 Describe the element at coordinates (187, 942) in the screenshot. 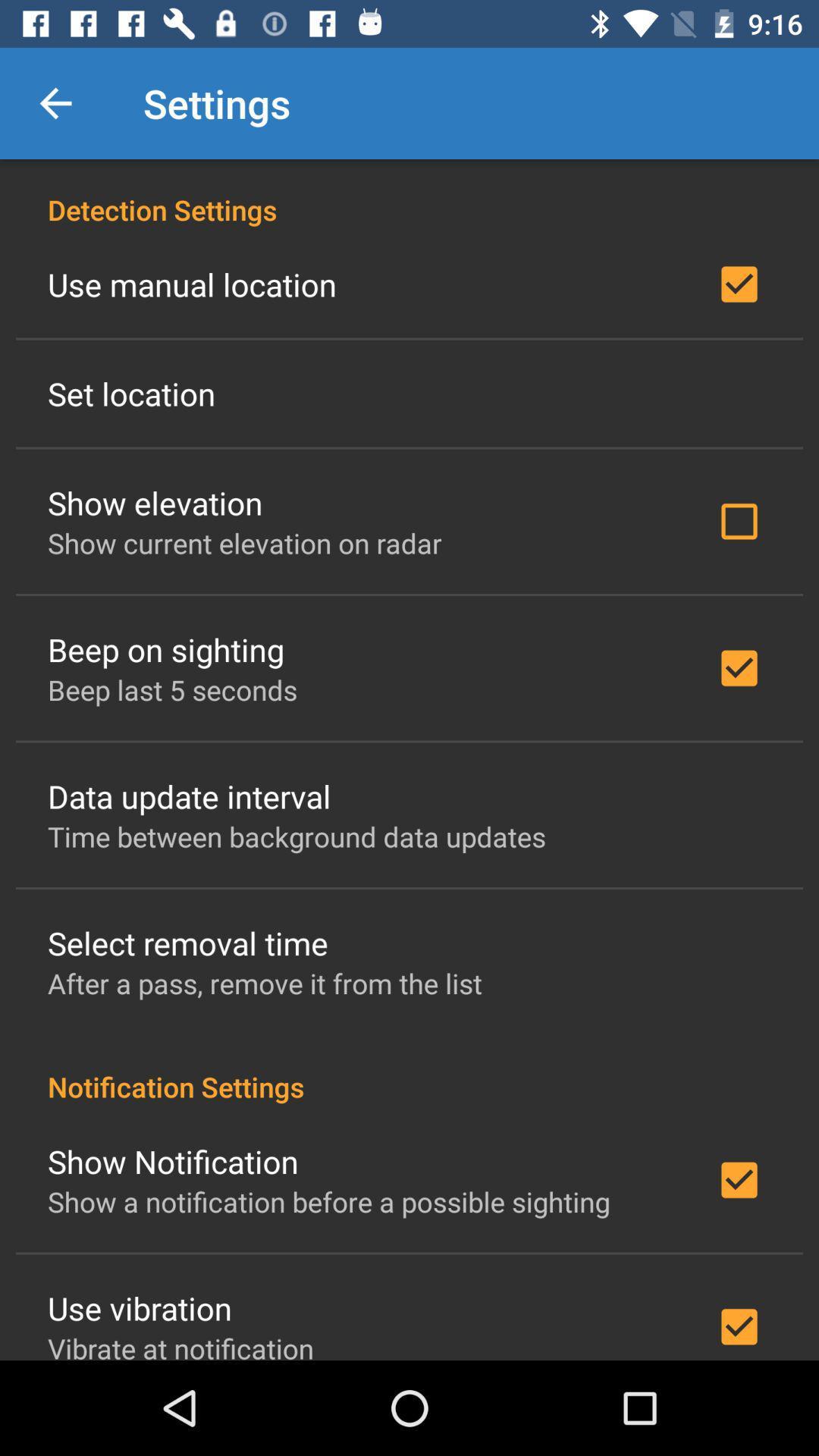

I see `the select removal time item` at that location.